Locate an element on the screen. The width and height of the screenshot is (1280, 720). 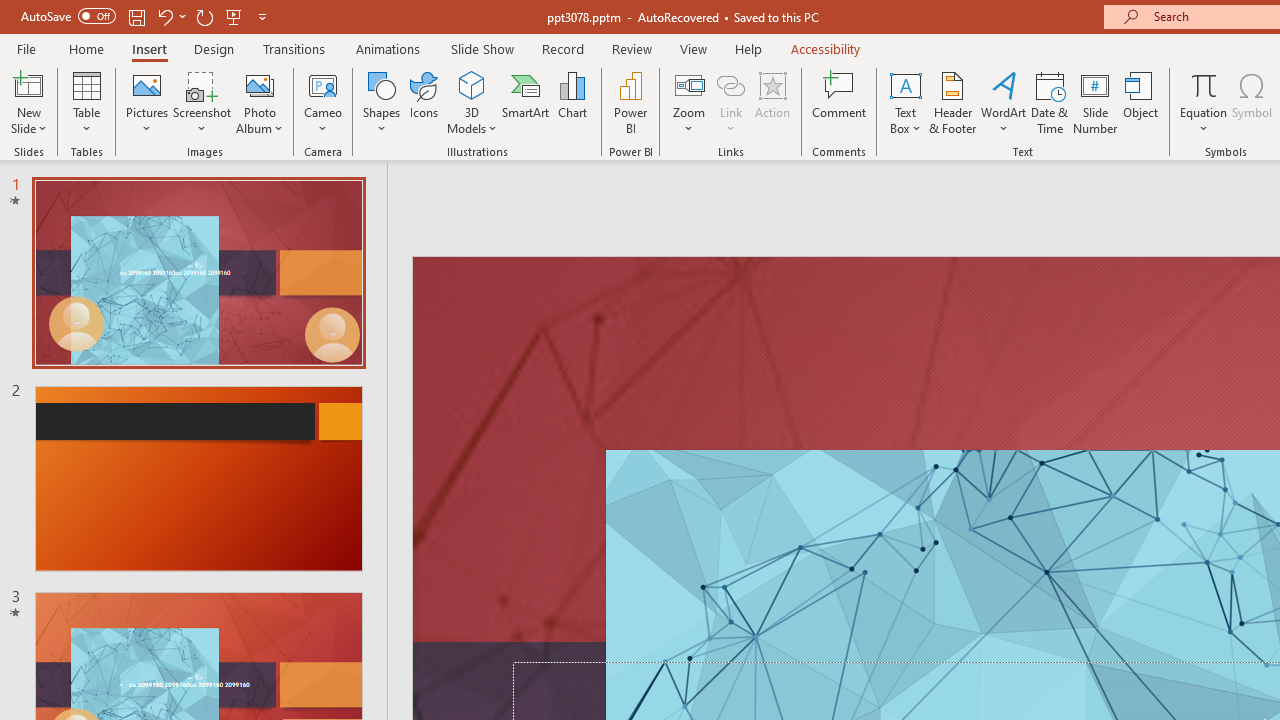
'Home' is located at coordinates (85, 48).